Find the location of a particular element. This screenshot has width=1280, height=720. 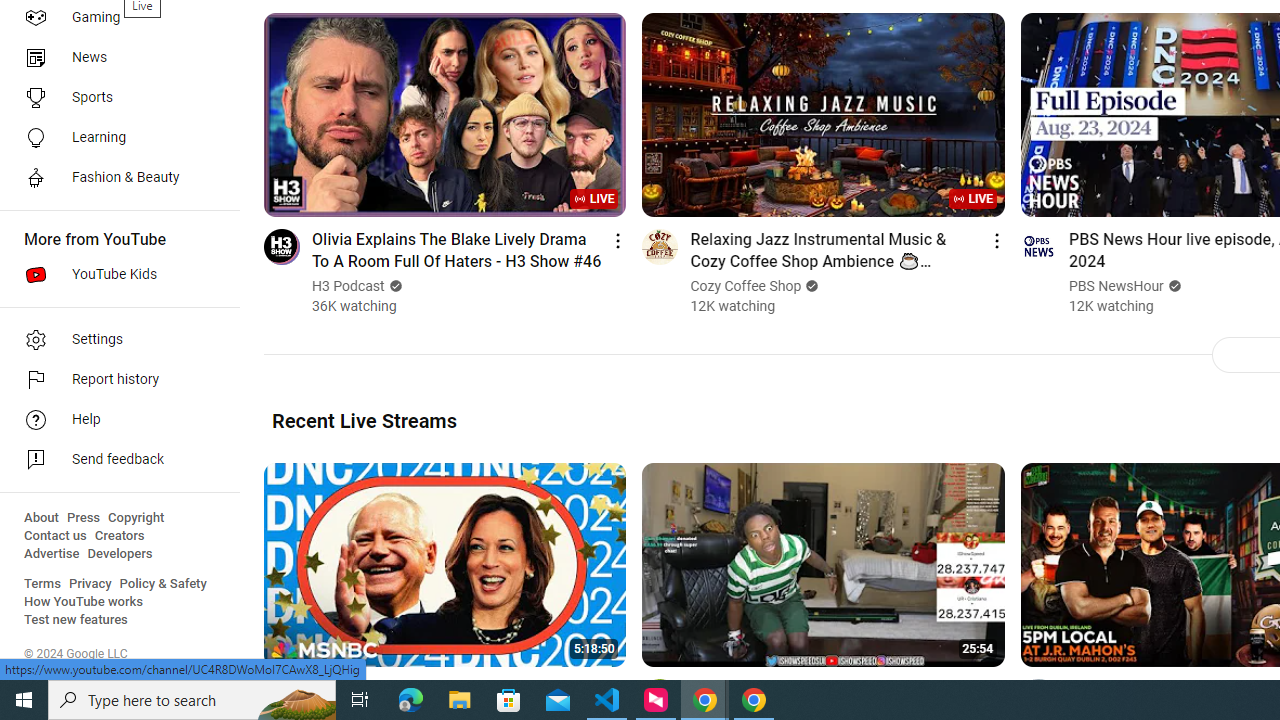

'Developers' is located at coordinates (119, 554).